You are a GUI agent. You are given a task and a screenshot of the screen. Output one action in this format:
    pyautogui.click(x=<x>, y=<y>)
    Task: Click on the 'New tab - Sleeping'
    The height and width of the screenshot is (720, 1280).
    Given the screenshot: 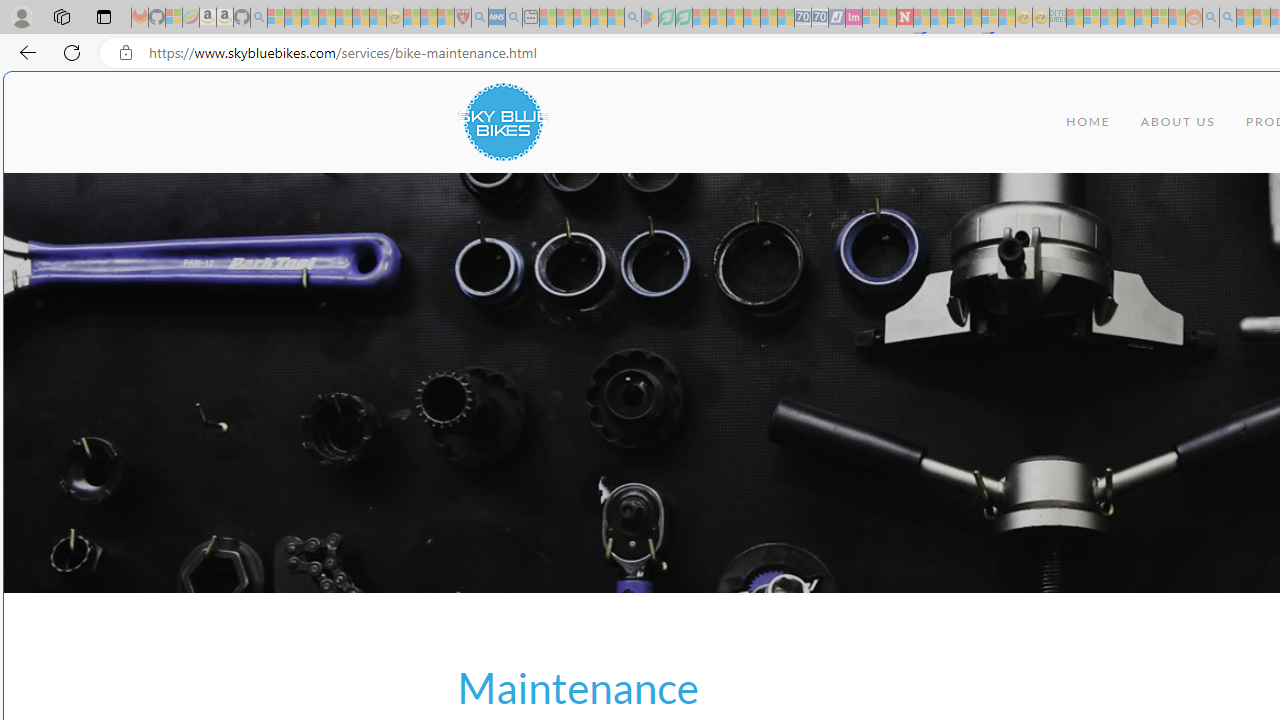 What is the action you would take?
    pyautogui.click(x=531, y=17)
    